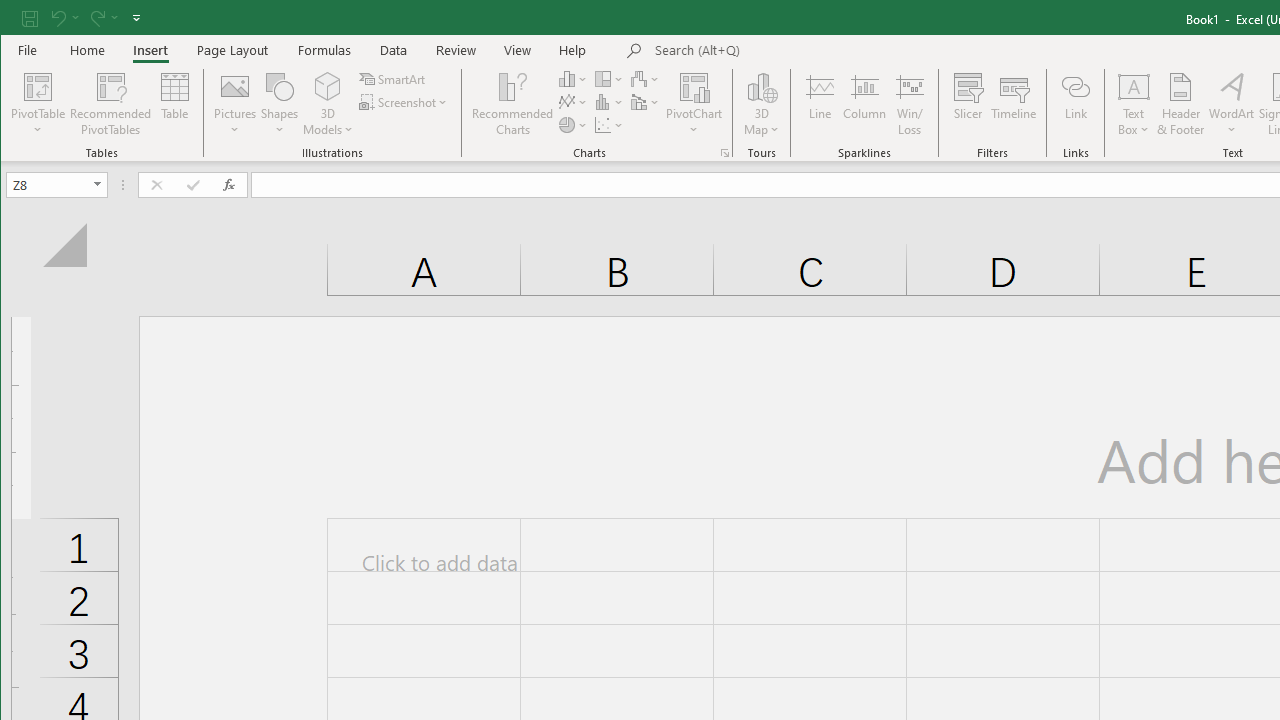  Describe the element at coordinates (328, 104) in the screenshot. I see `'3D Models'` at that location.